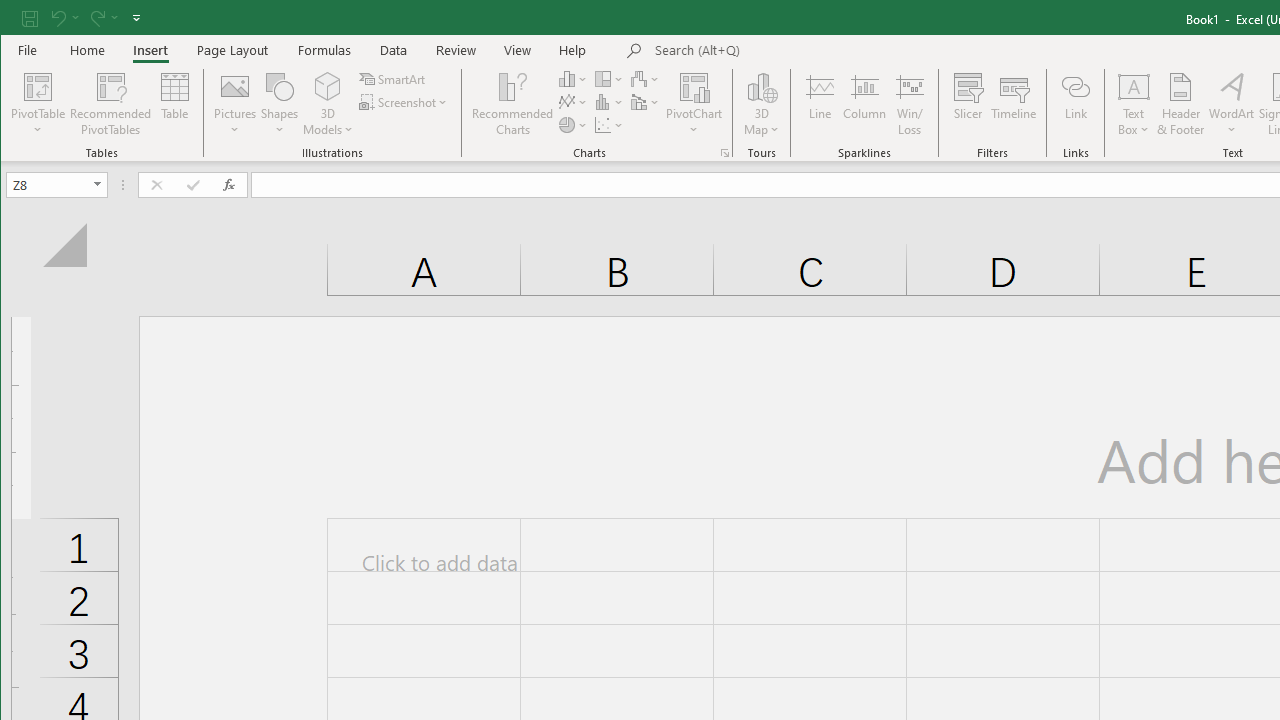  Describe the element at coordinates (328, 104) in the screenshot. I see `'3D Models'` at that location.